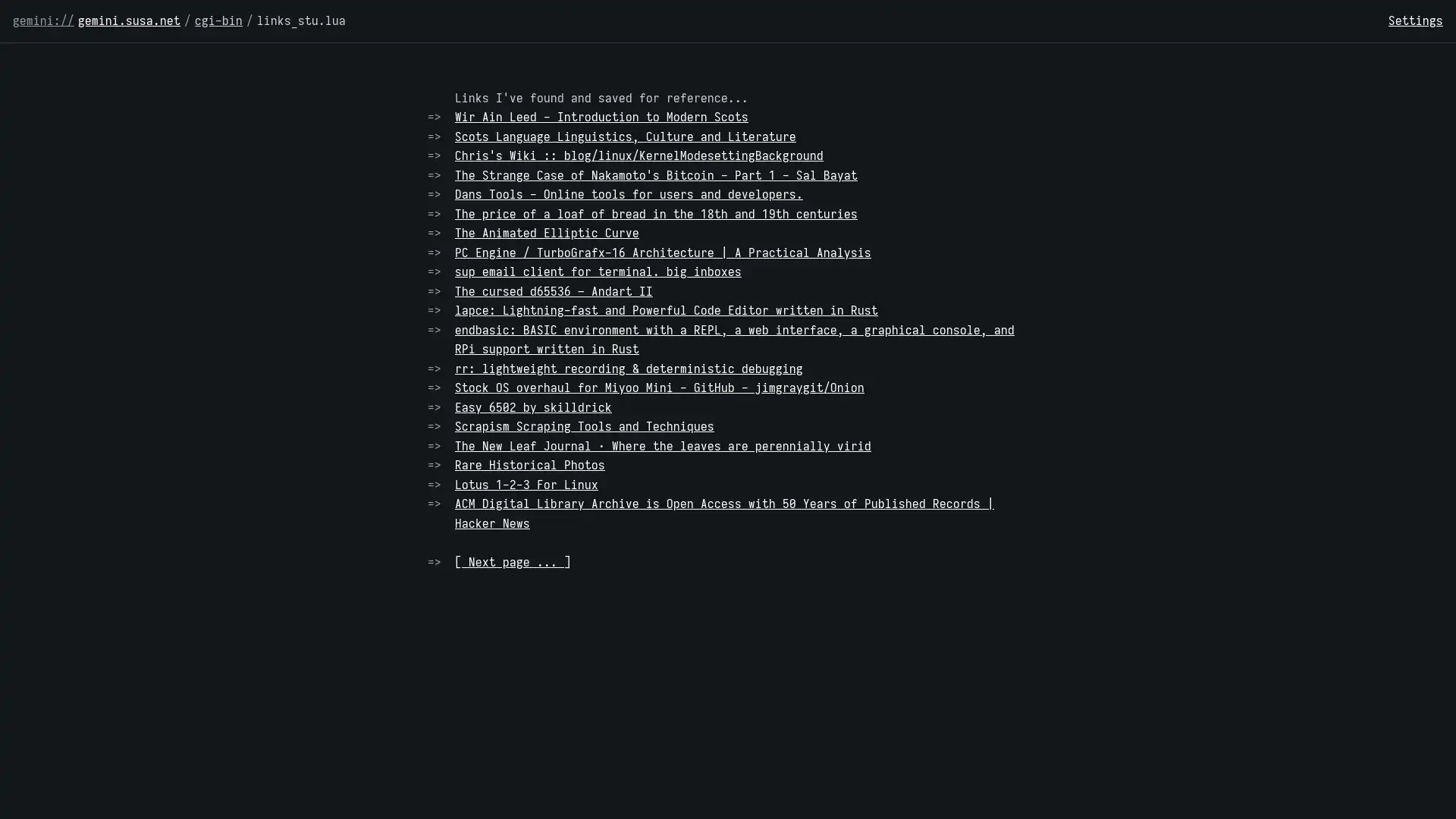 This screenshot has height=819, width=1456. What do you see at coordinates (1415, 20) in the screenshot?
I see `Settings` at bounding box center [1415, 20].